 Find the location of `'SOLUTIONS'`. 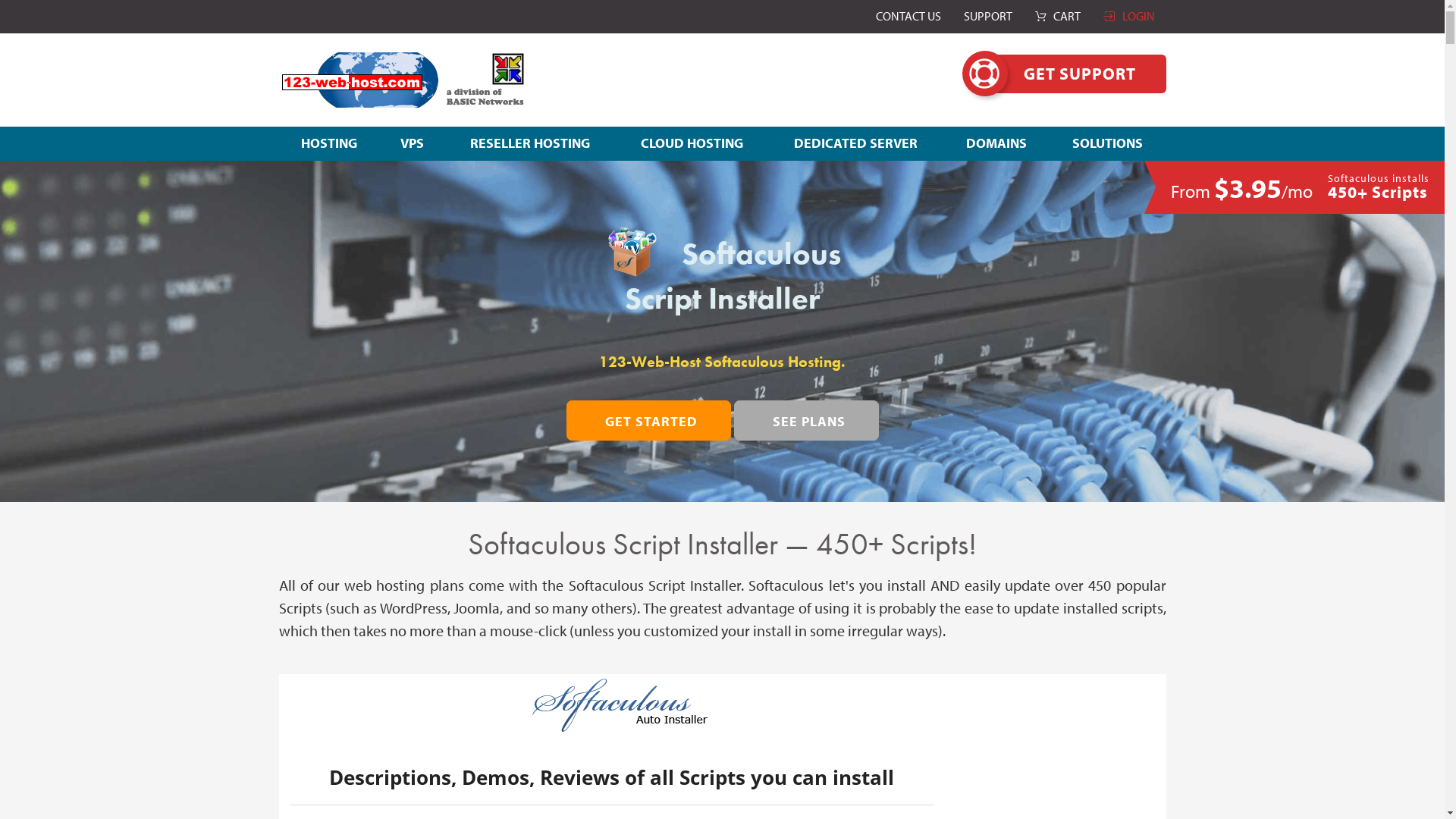

'SOLUTIONS' is located at coordinates (1107, 143).